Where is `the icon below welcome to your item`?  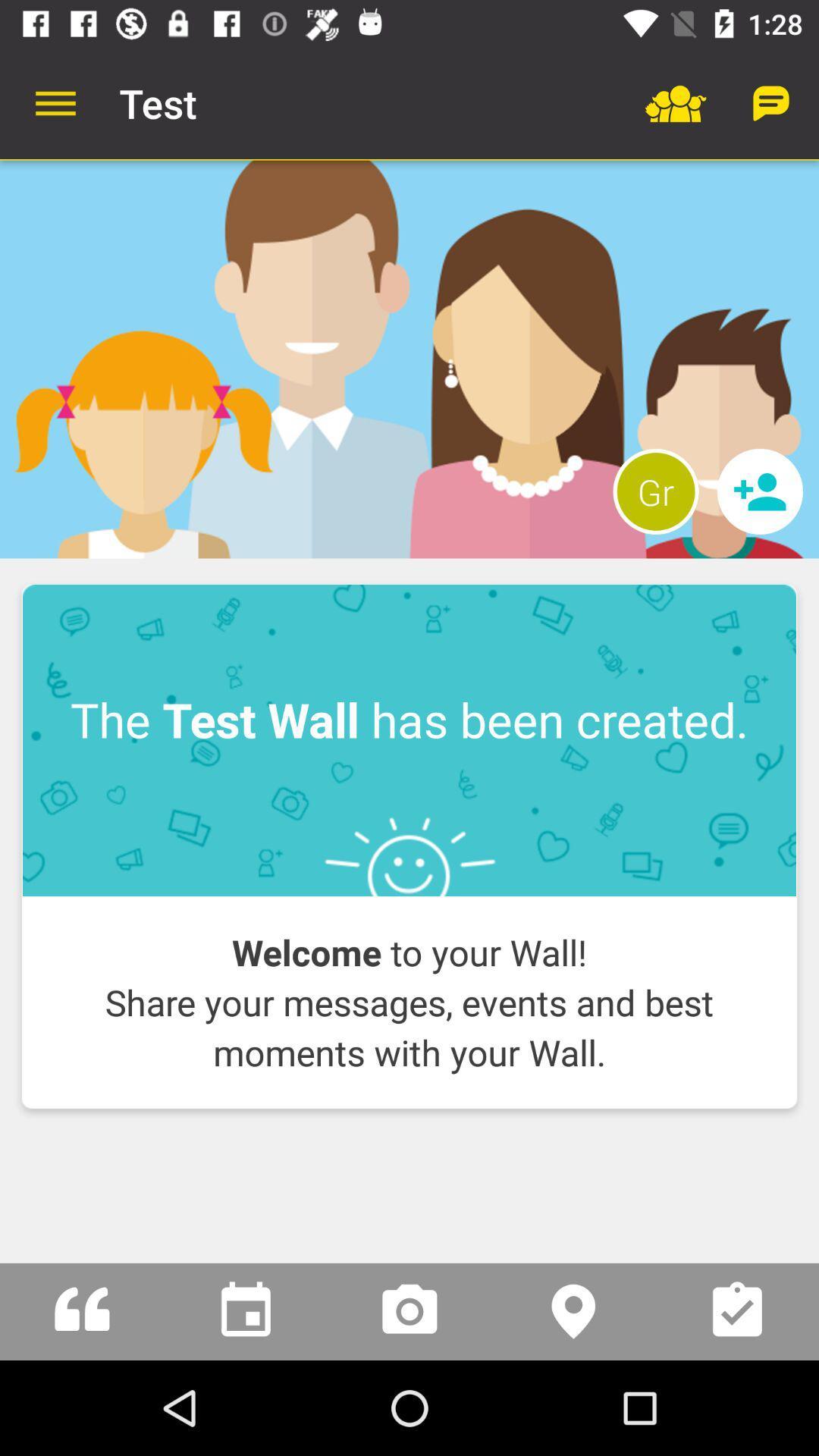 the icon below welcome to your item is located at coordinates (409, 1145).